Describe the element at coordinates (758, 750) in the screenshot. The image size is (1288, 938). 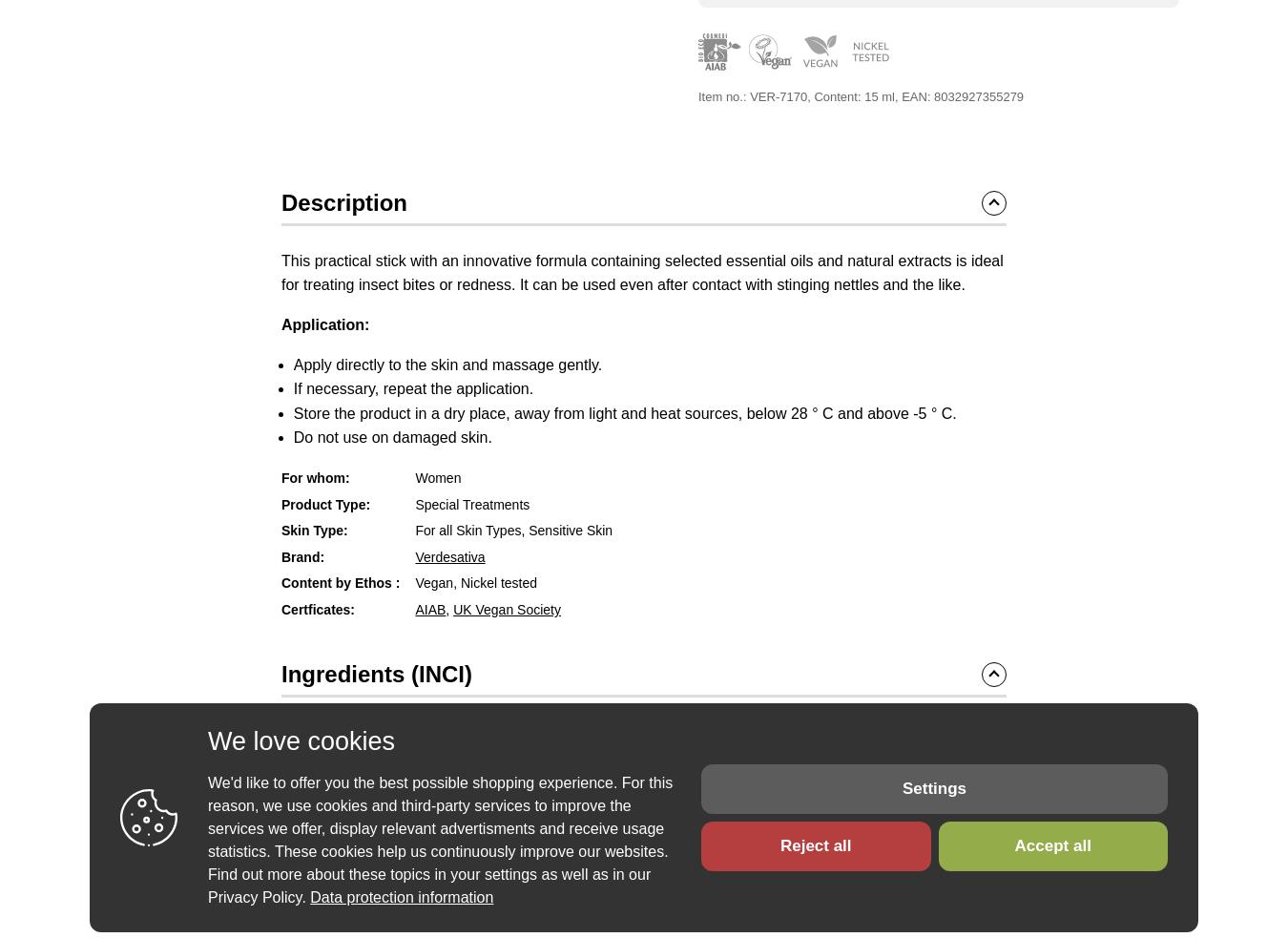
I see `'Mentha Piperita (Peppermint) Oil'` at that location.